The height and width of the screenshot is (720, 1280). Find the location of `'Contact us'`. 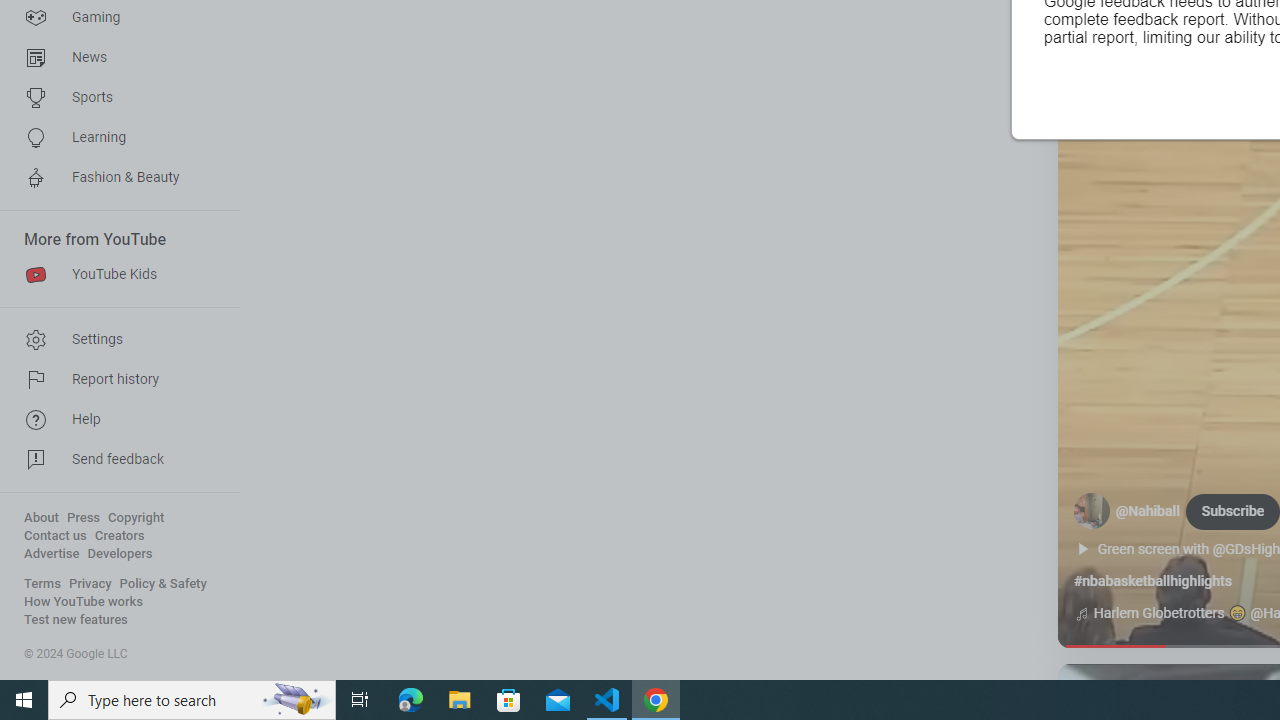

'Contact us' is located at coordinates (55, 535).